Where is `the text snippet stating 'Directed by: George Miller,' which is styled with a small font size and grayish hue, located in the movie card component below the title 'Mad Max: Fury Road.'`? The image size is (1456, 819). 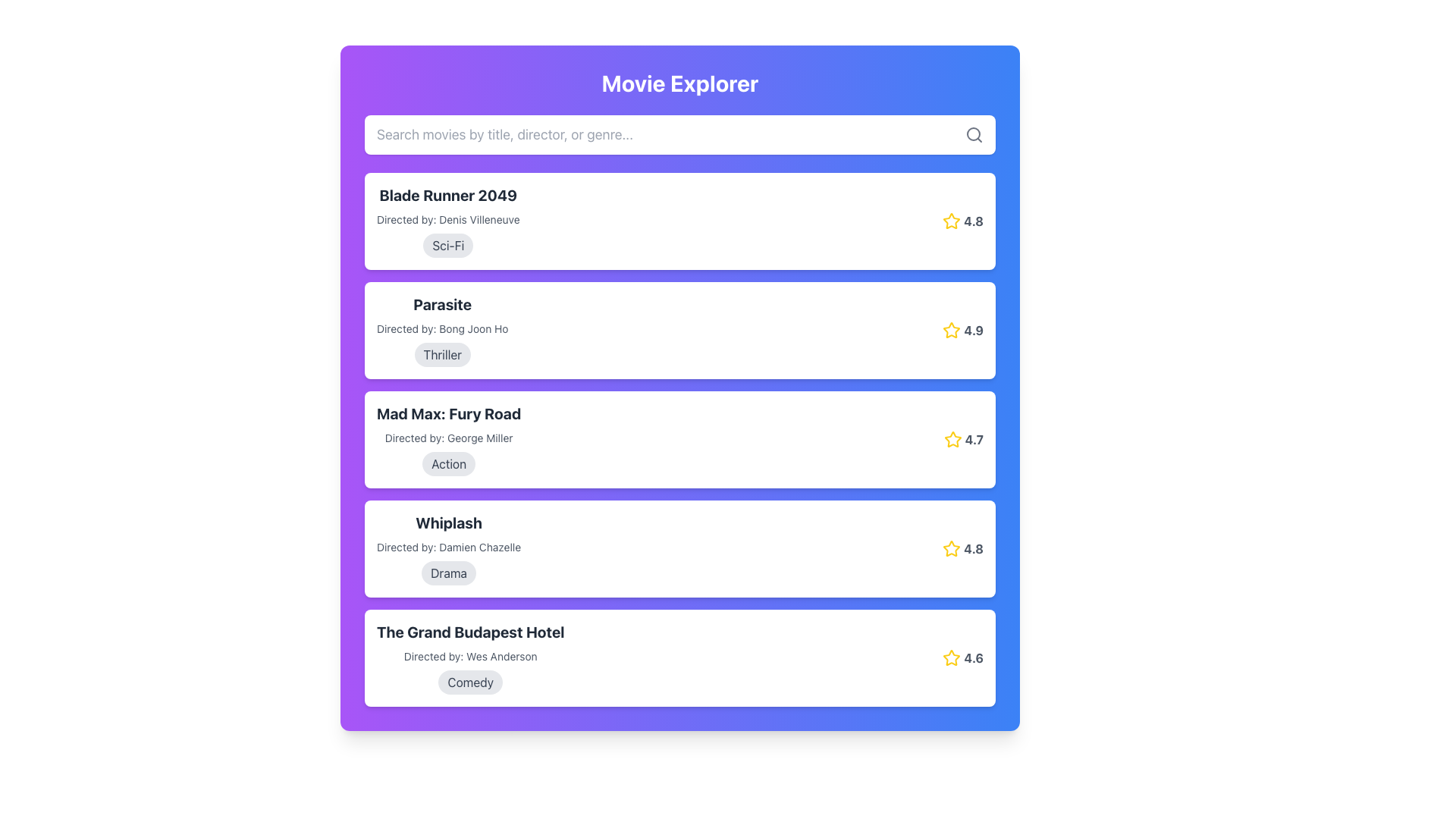
the text snippet stating 'Directed by: George Miller,' which is styled with a small font size and grayish hue, located in the movie card component below the title 'Mad Max: Fury Road.' is located at coordinates (448, 438).